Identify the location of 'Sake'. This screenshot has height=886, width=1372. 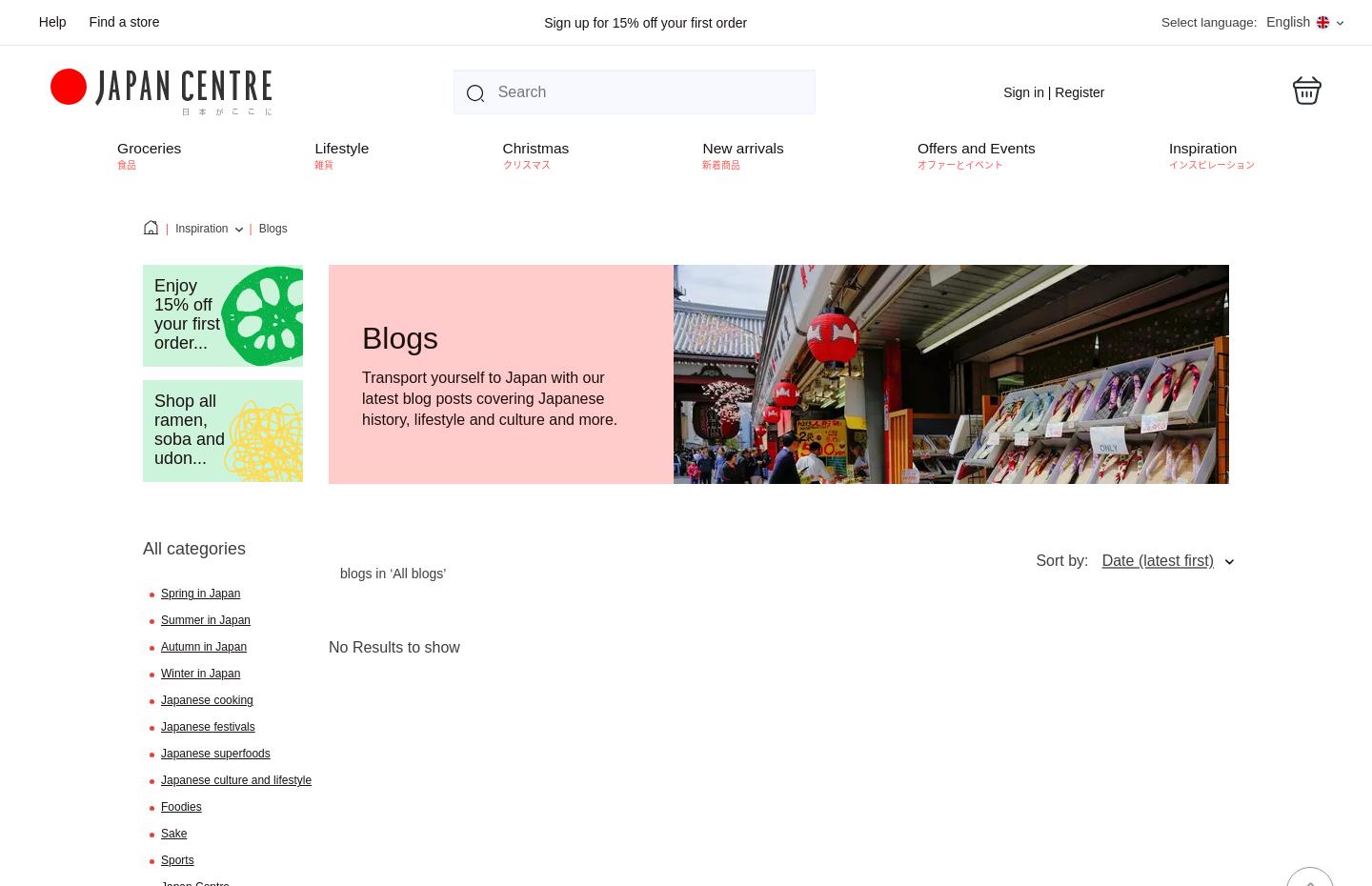
(173, 834).